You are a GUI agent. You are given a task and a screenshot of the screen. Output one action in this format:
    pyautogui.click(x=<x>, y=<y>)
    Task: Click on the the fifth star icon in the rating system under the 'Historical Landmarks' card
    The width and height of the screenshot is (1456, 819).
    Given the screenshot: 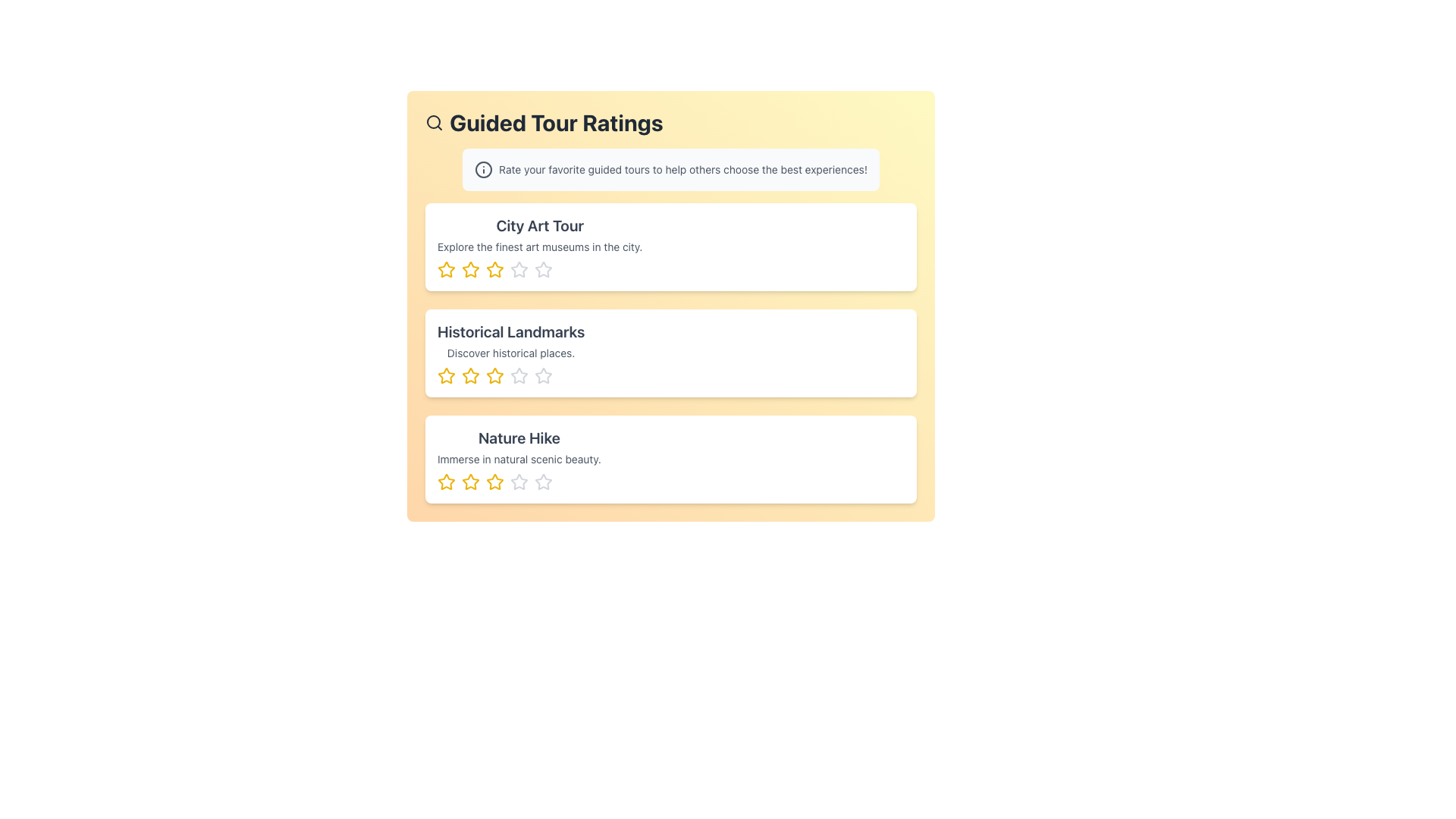 What is the action you would take?
    pyautogui.click(x=543, y=375)
    